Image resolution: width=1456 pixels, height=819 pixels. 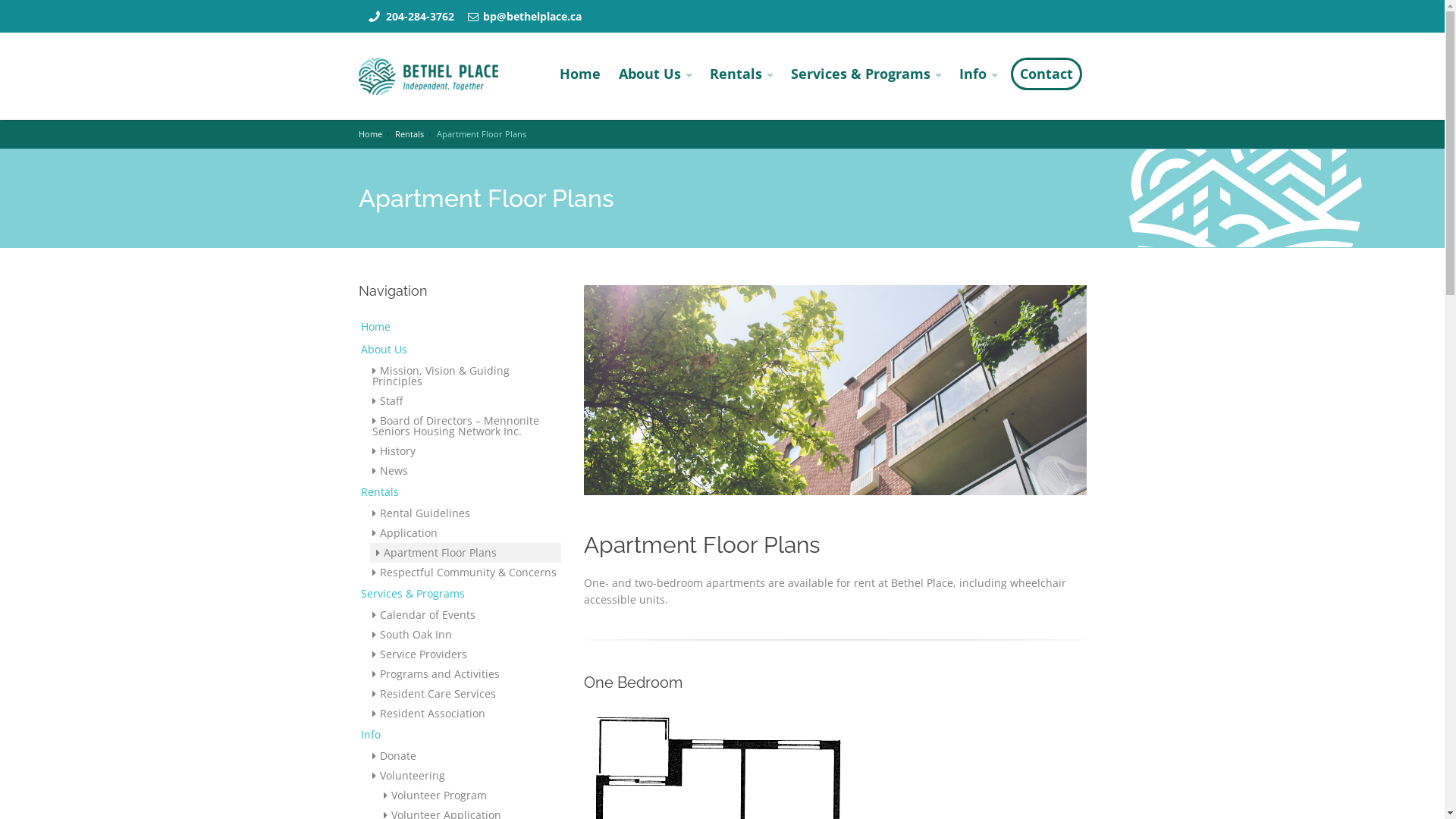 I want to click on 'Info', so click(x=977, y=73).